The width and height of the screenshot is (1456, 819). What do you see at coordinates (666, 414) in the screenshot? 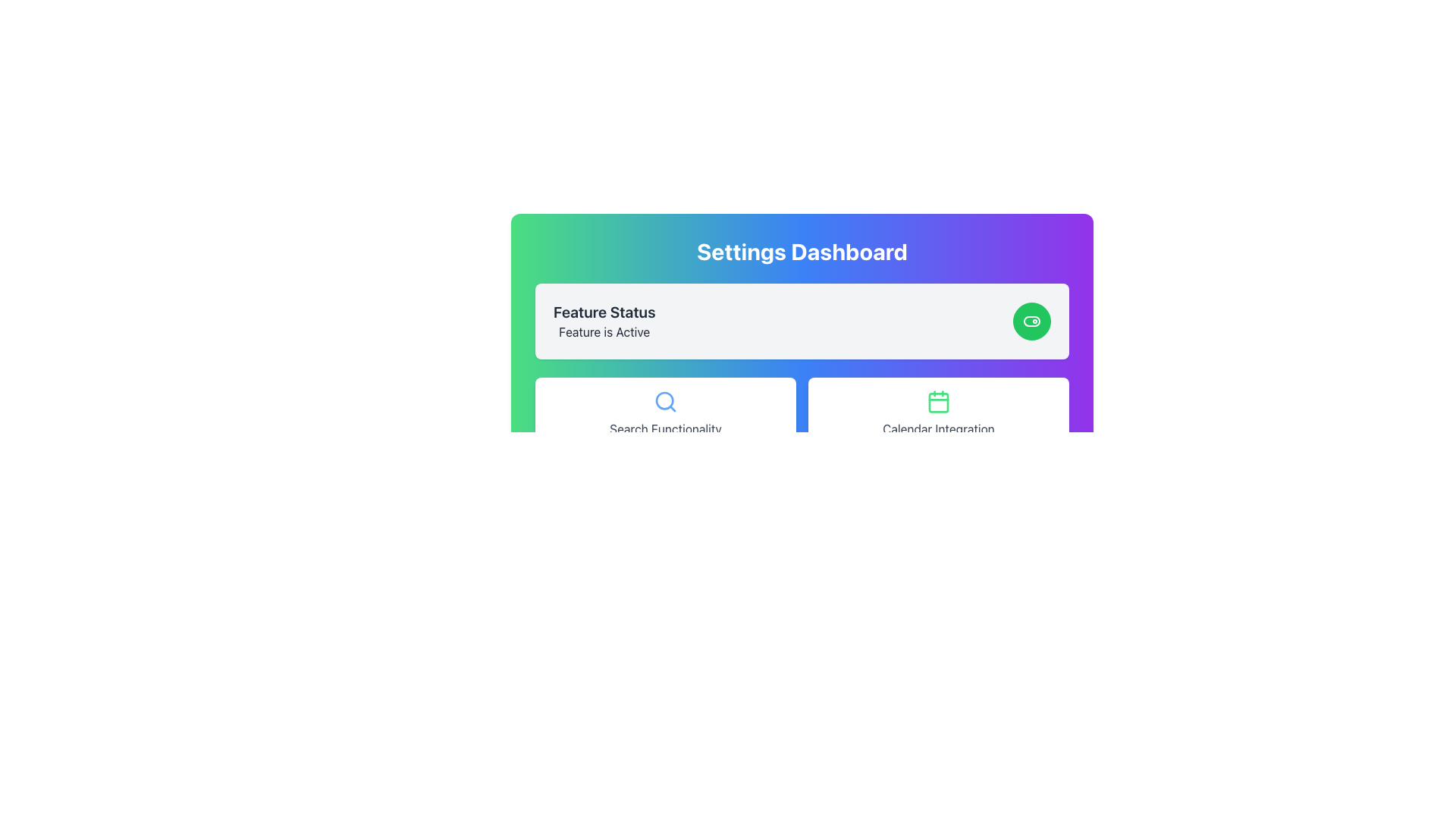
I see `the 'Search Functionality' card, which has a white background and gray text, located in the Settings Dashboard section` at bounding box center [666, 414].